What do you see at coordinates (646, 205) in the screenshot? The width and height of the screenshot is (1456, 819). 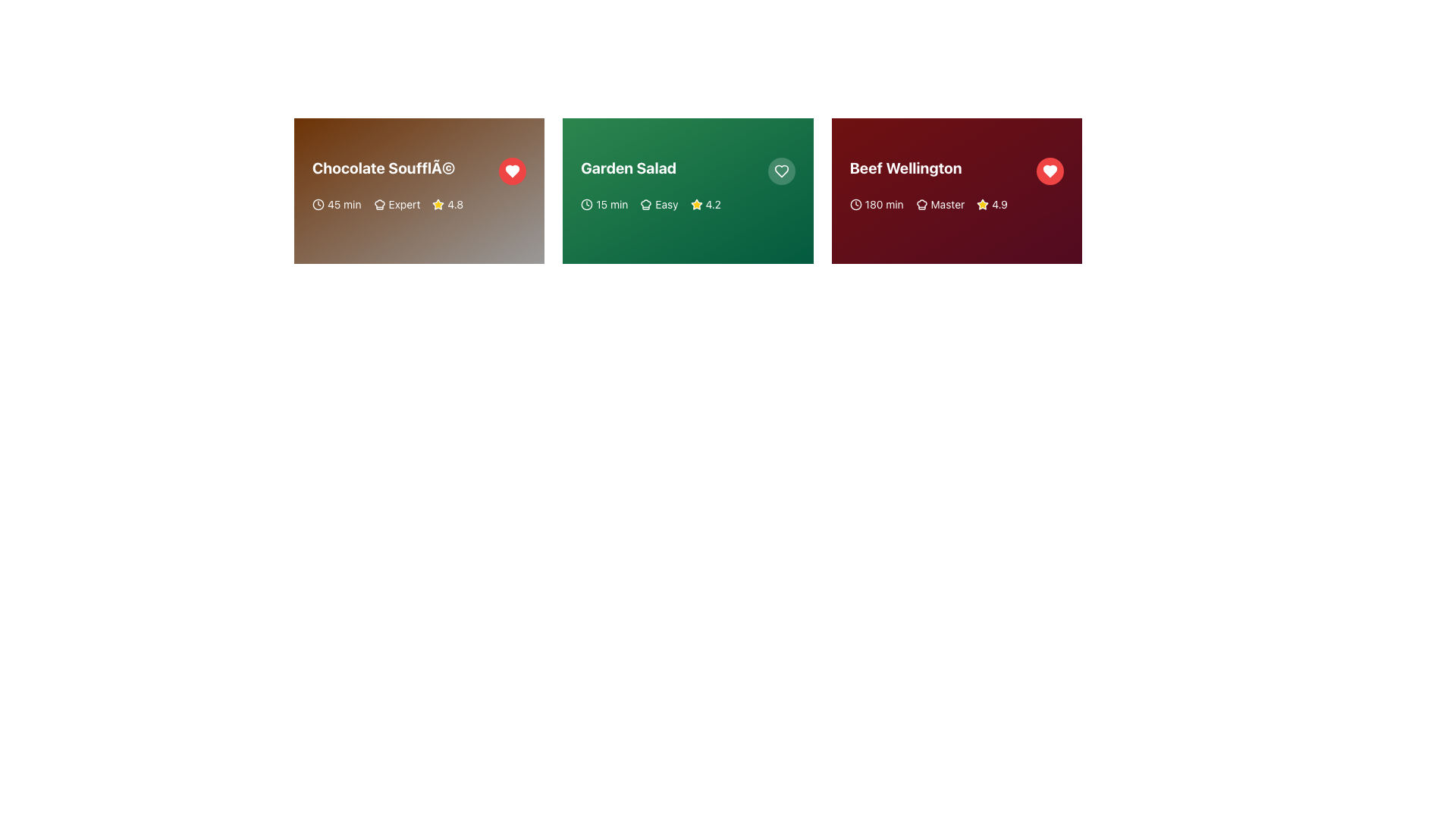 I see `the 'Easy' difficulty icon located to the left of the text 'Easy' in the 'Garden Salad' card` at bounding box center [646, 205].